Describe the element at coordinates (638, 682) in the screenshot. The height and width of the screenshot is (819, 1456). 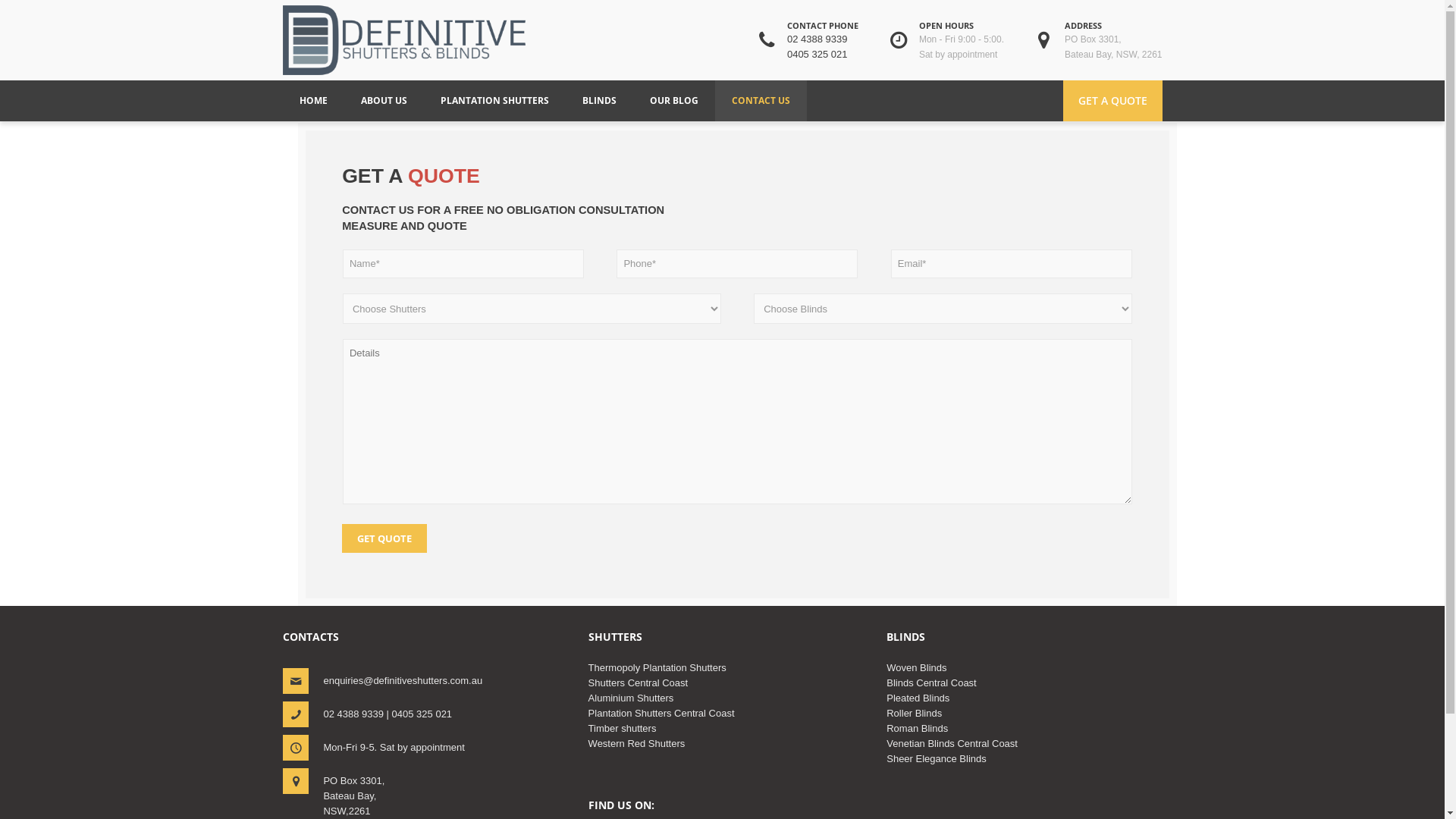
I see `'Shutters Central Coast'` at that location.